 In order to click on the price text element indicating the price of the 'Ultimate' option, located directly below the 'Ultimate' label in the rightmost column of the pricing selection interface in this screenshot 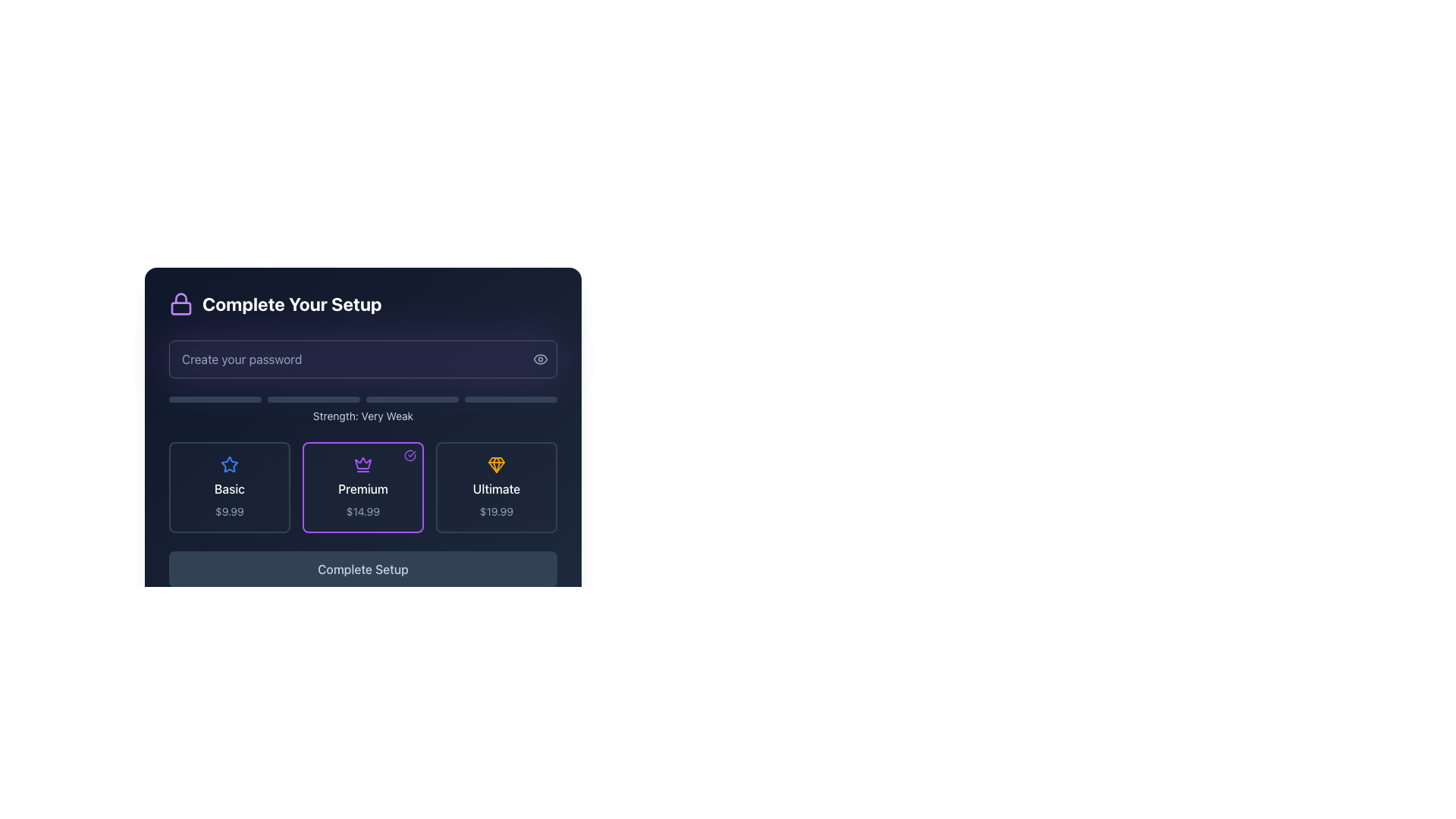, I will do `click(496, 512)`.